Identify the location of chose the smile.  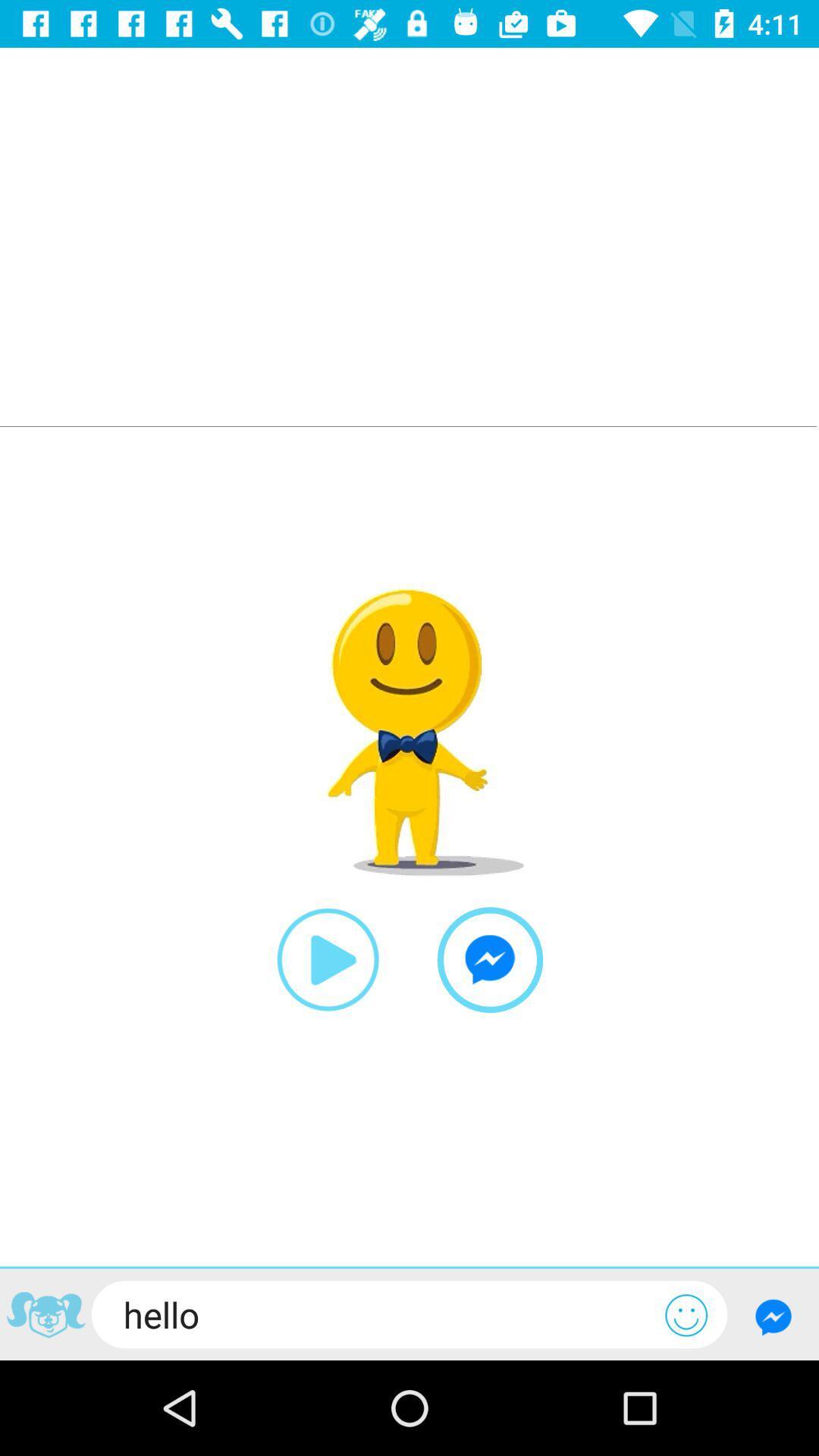
(686, 1314).